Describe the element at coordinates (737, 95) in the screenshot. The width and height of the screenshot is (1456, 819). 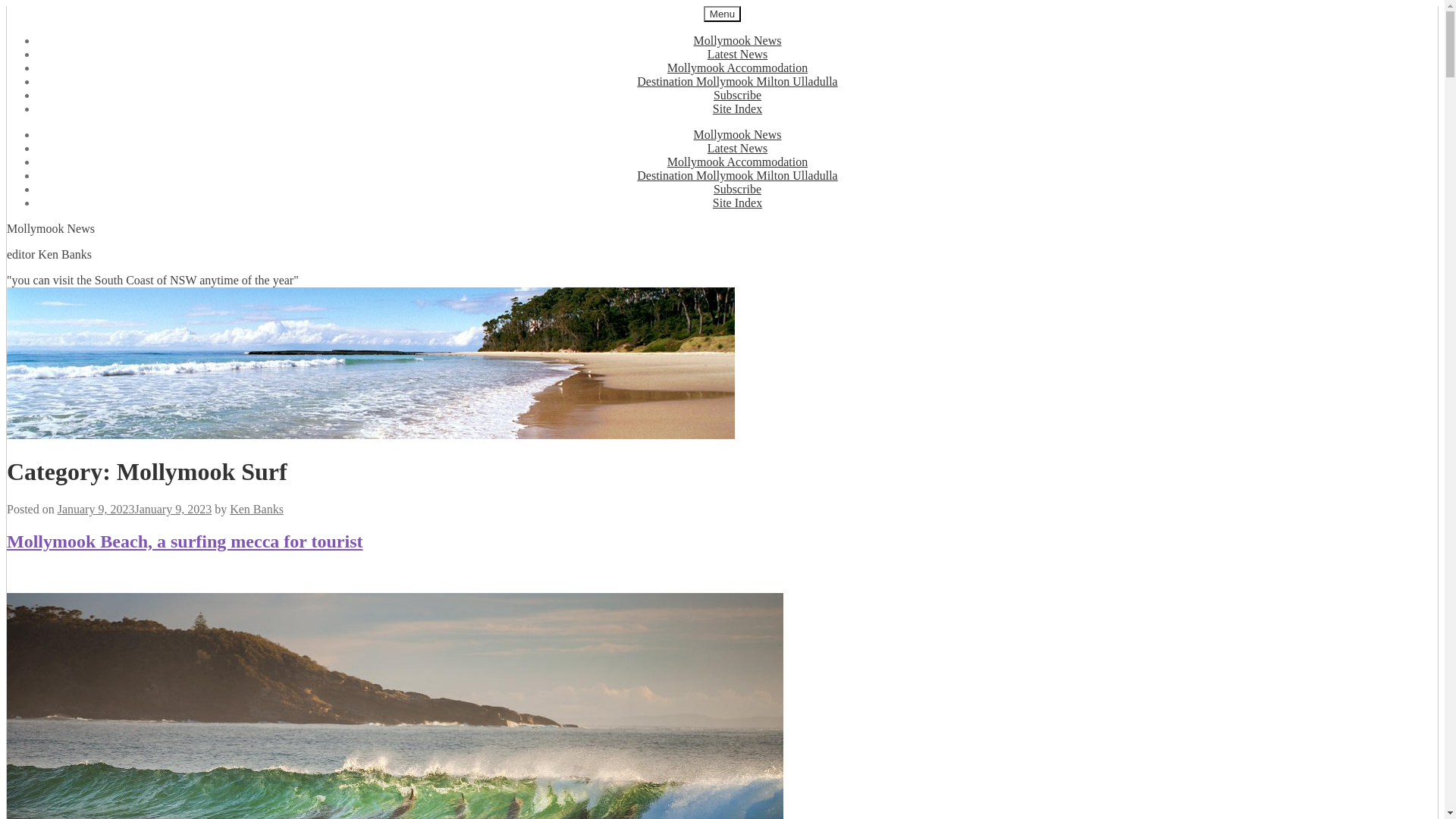
I see `'Subscribe'` at that location.